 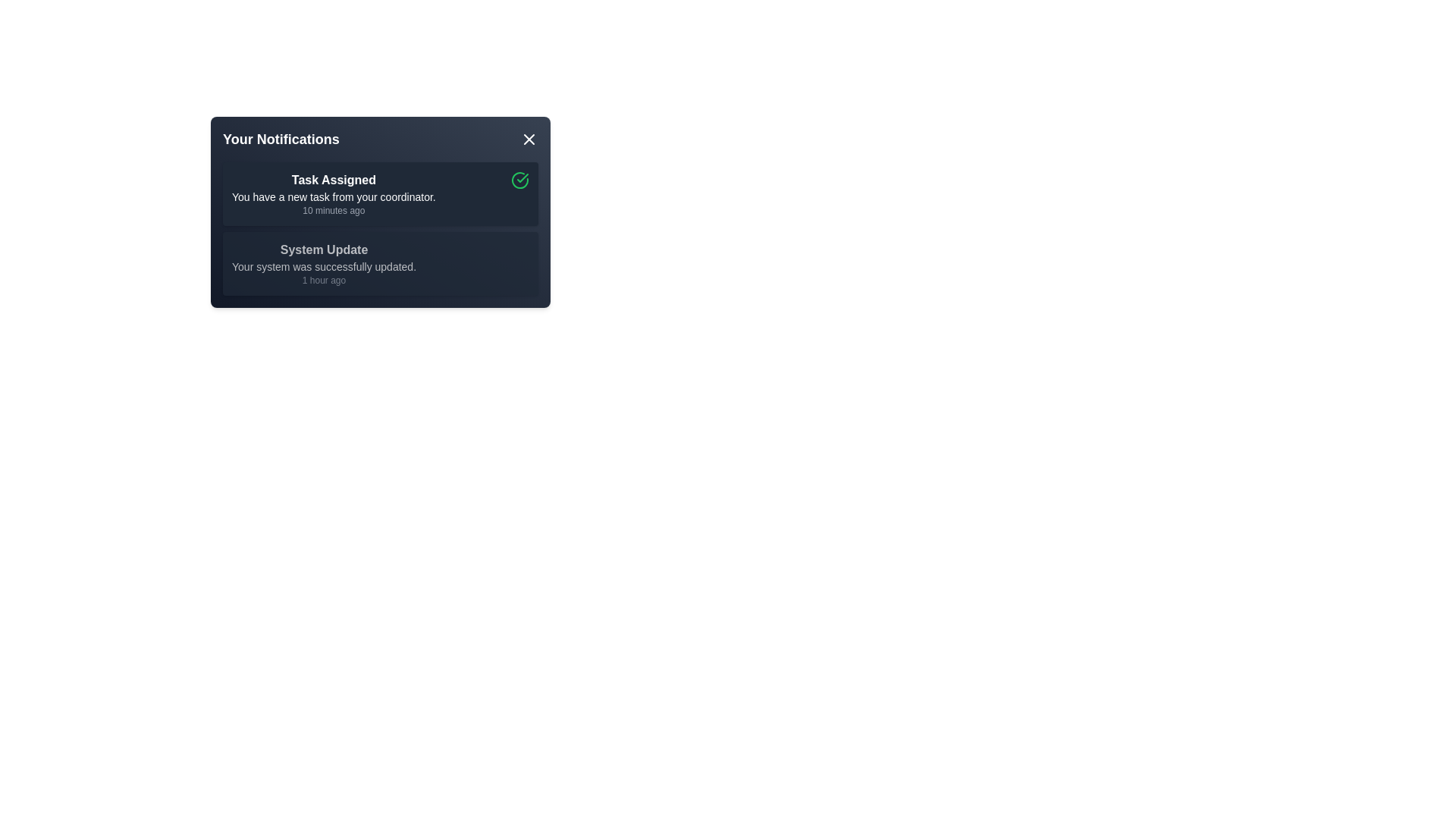 What do you see at coordinates (381, 193) in the screenshot?
I see `the upper notification entry within the notification panel` at bounding box center [381, 193].